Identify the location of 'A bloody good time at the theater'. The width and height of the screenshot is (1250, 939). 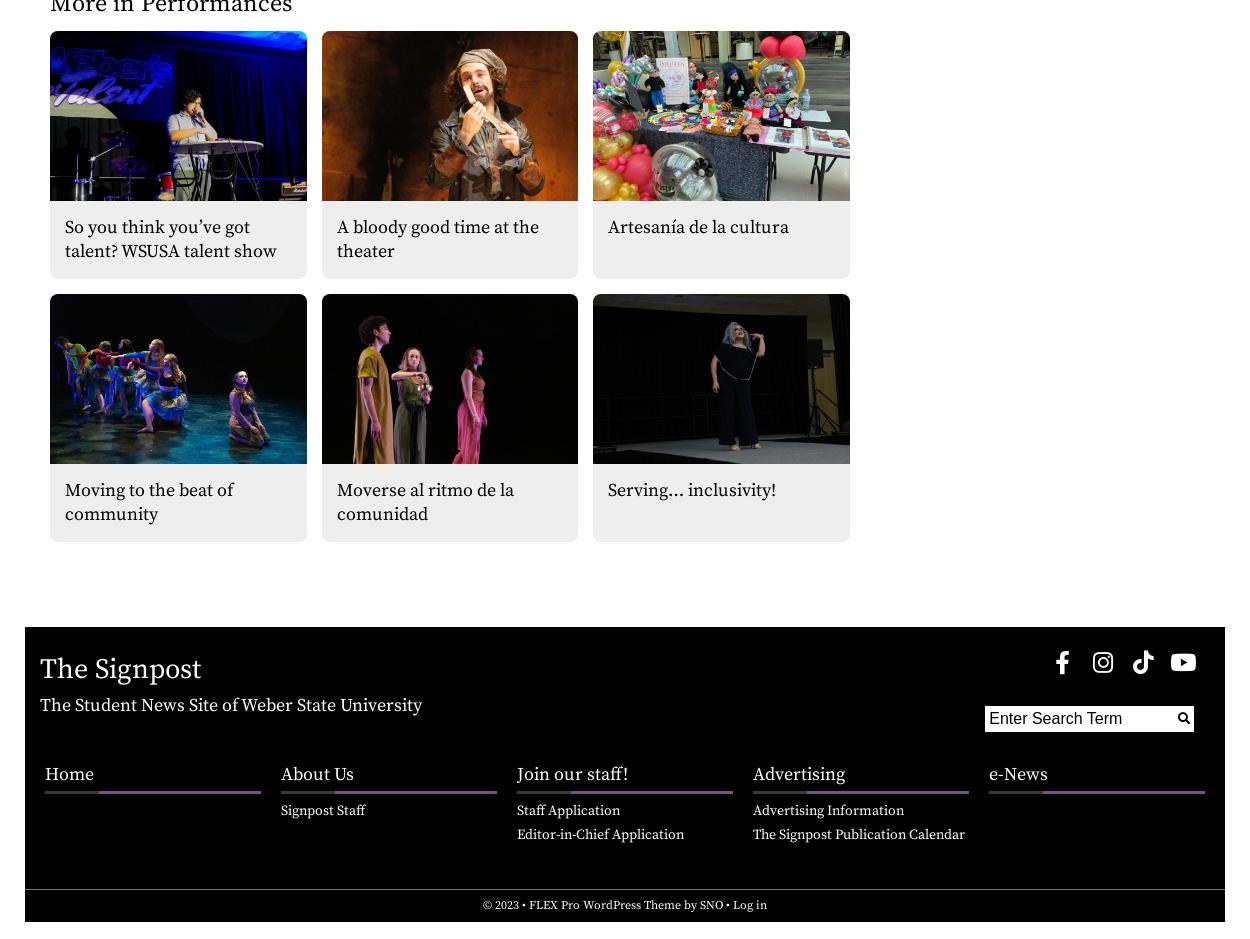
(437, 238).